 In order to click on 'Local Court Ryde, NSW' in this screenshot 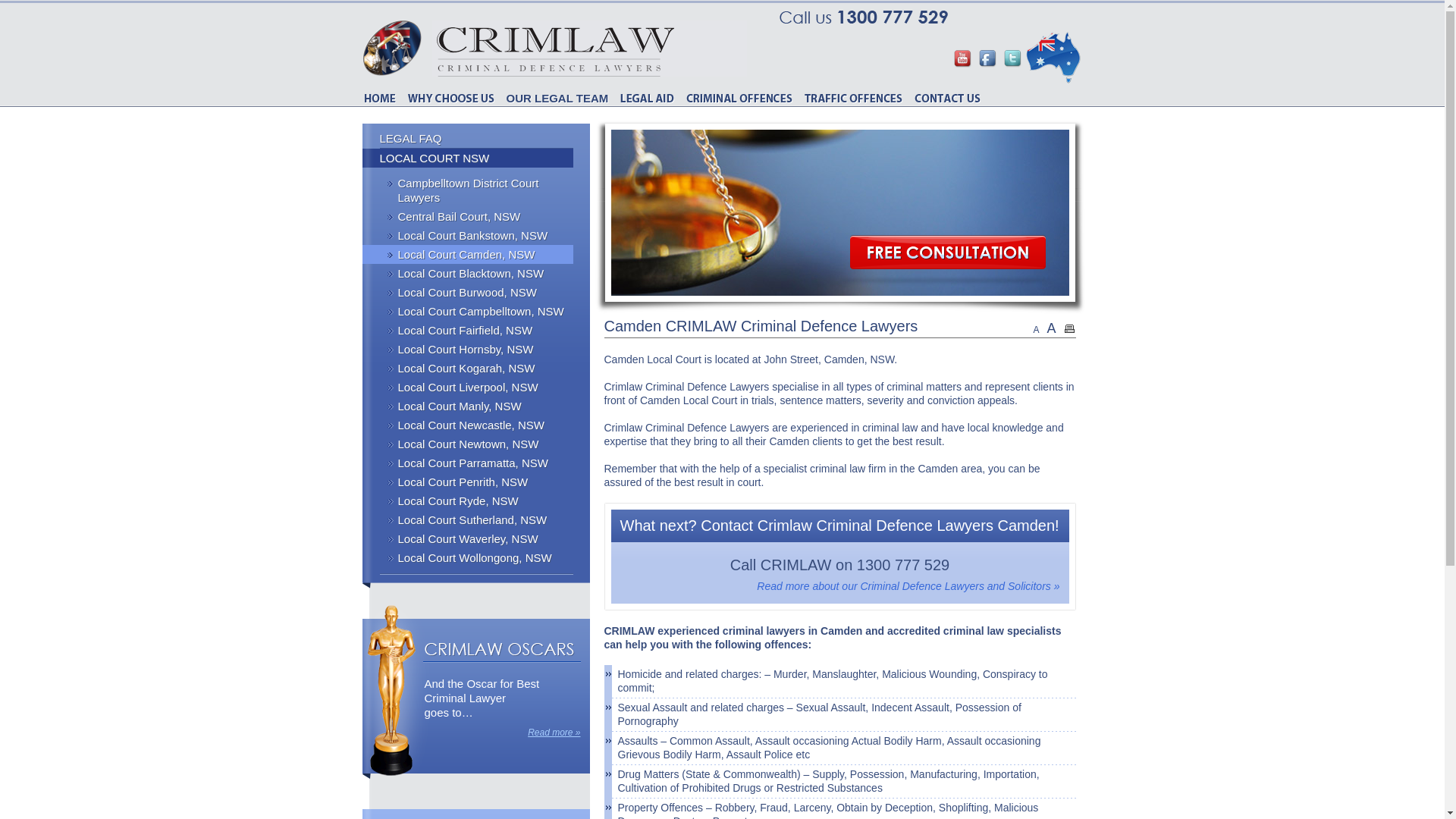, I will do `click(467, 500)`.